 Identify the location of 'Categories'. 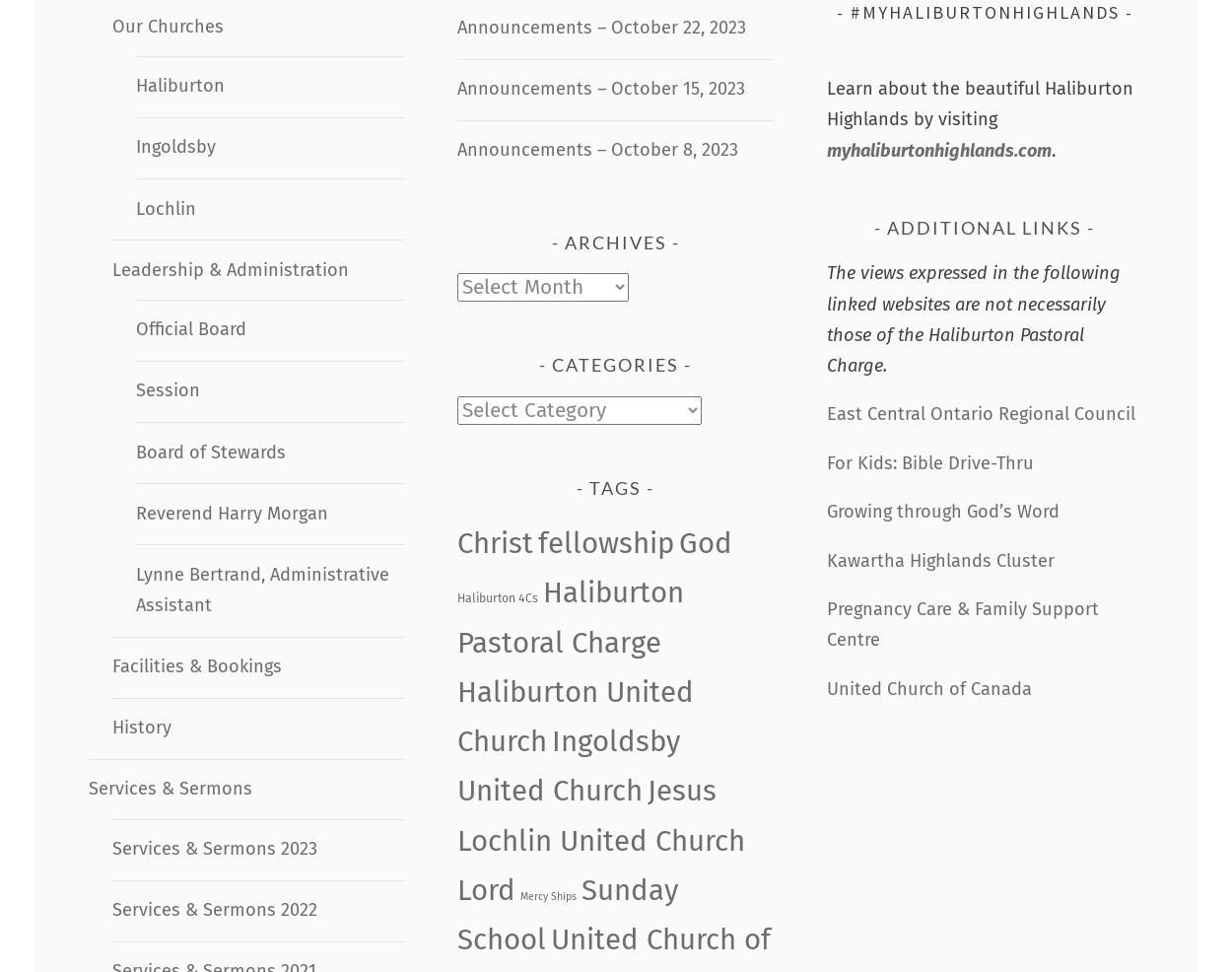
(614, 364).